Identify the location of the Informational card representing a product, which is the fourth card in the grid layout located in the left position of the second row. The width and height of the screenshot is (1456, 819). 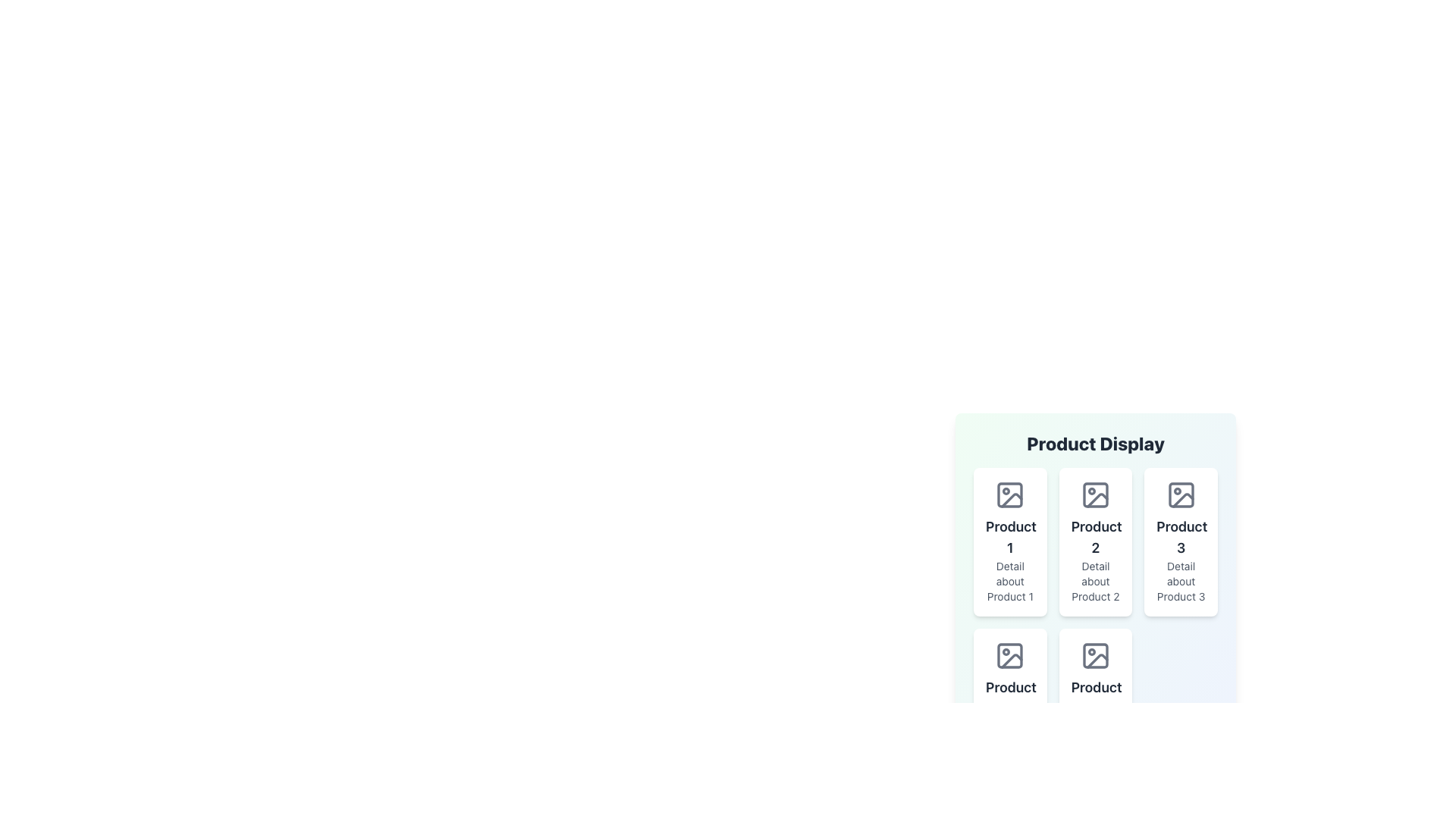
(1010, 702).